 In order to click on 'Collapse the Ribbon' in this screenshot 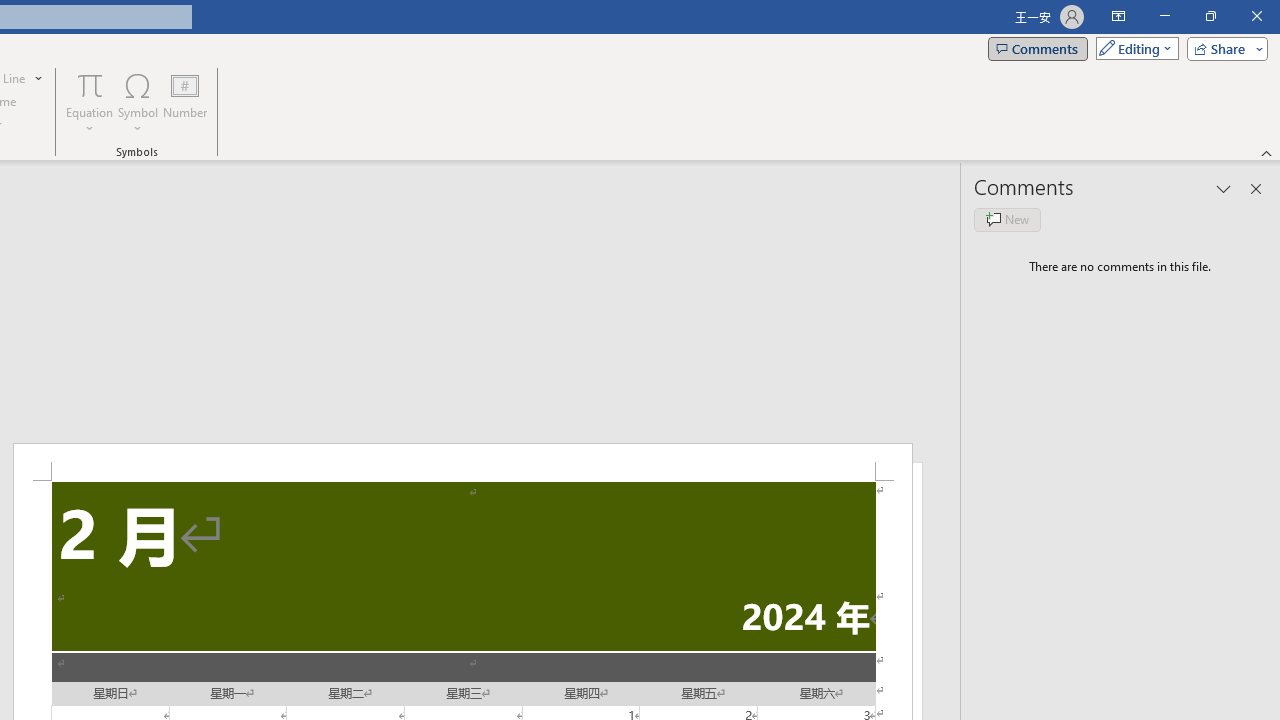, I will do `click(1266, 152)`.